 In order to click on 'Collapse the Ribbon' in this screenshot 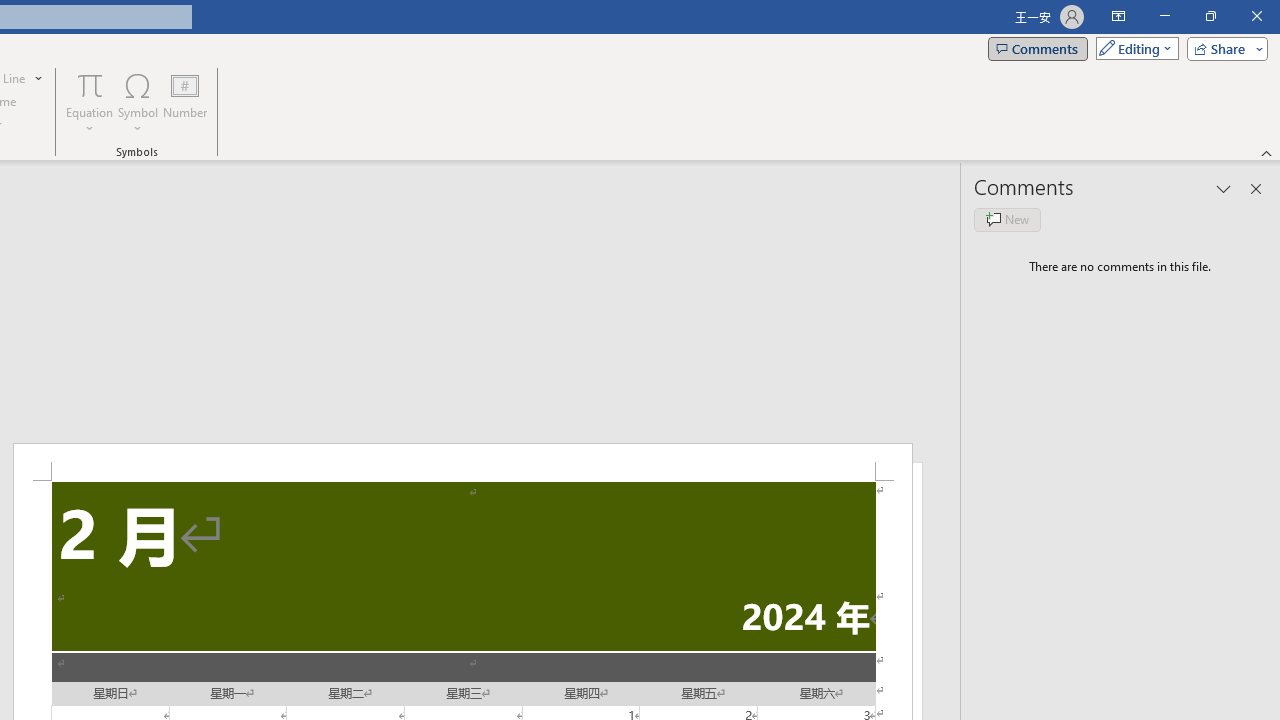, I will do `click(1266, 152)`.